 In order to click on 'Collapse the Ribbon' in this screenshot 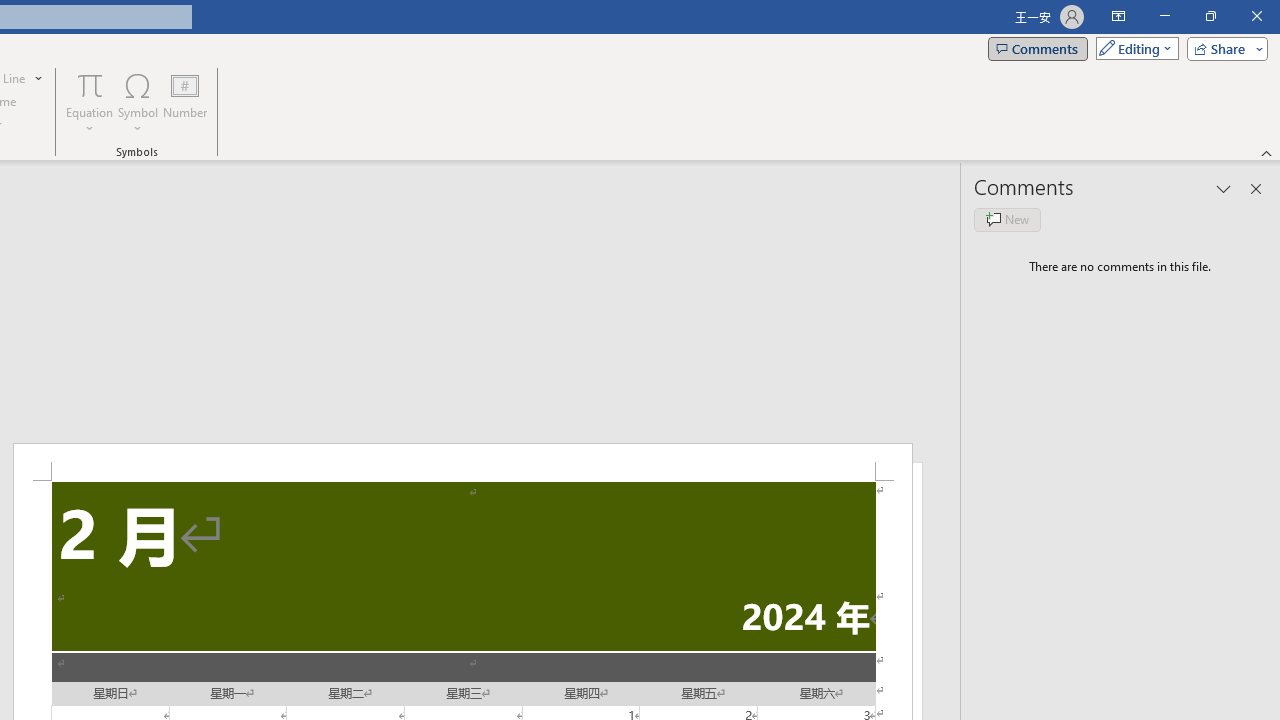, I will do `click(1266, 152)`.